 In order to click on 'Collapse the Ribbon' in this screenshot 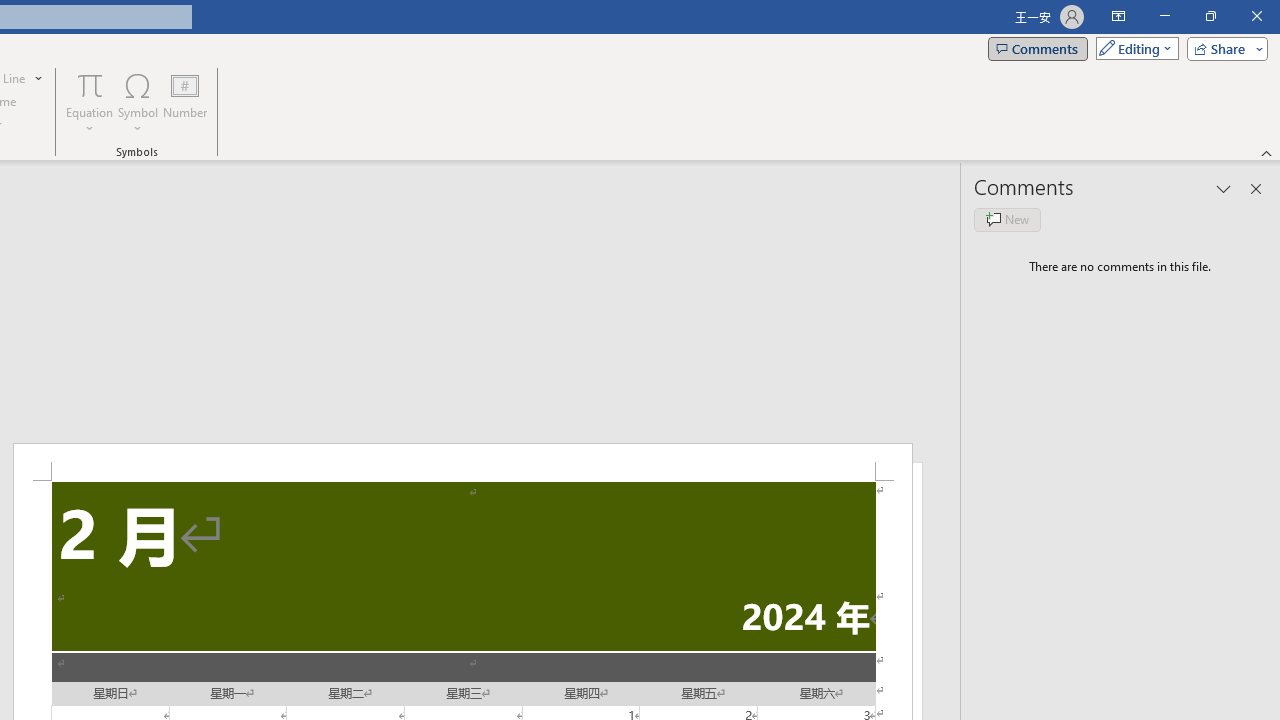, I will do `click(1266, 152)`.